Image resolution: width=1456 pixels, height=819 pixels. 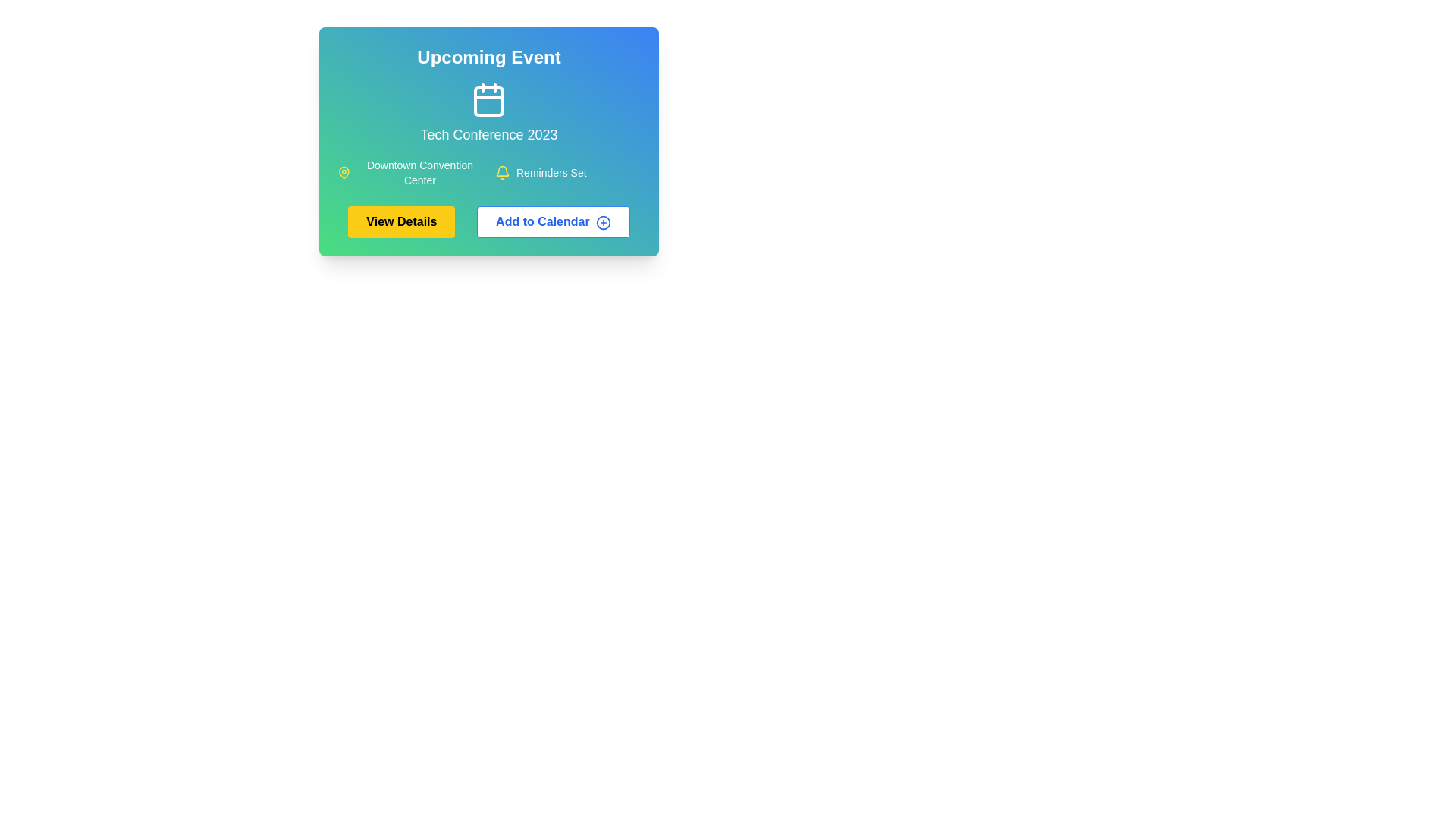 What do you see at coordinates (502, 171) in the screenshot?
I see `the central body section of the bell icon located at the center-top of the card, which has a distinct outline and no fill colors` at bounding box center [502, 171].